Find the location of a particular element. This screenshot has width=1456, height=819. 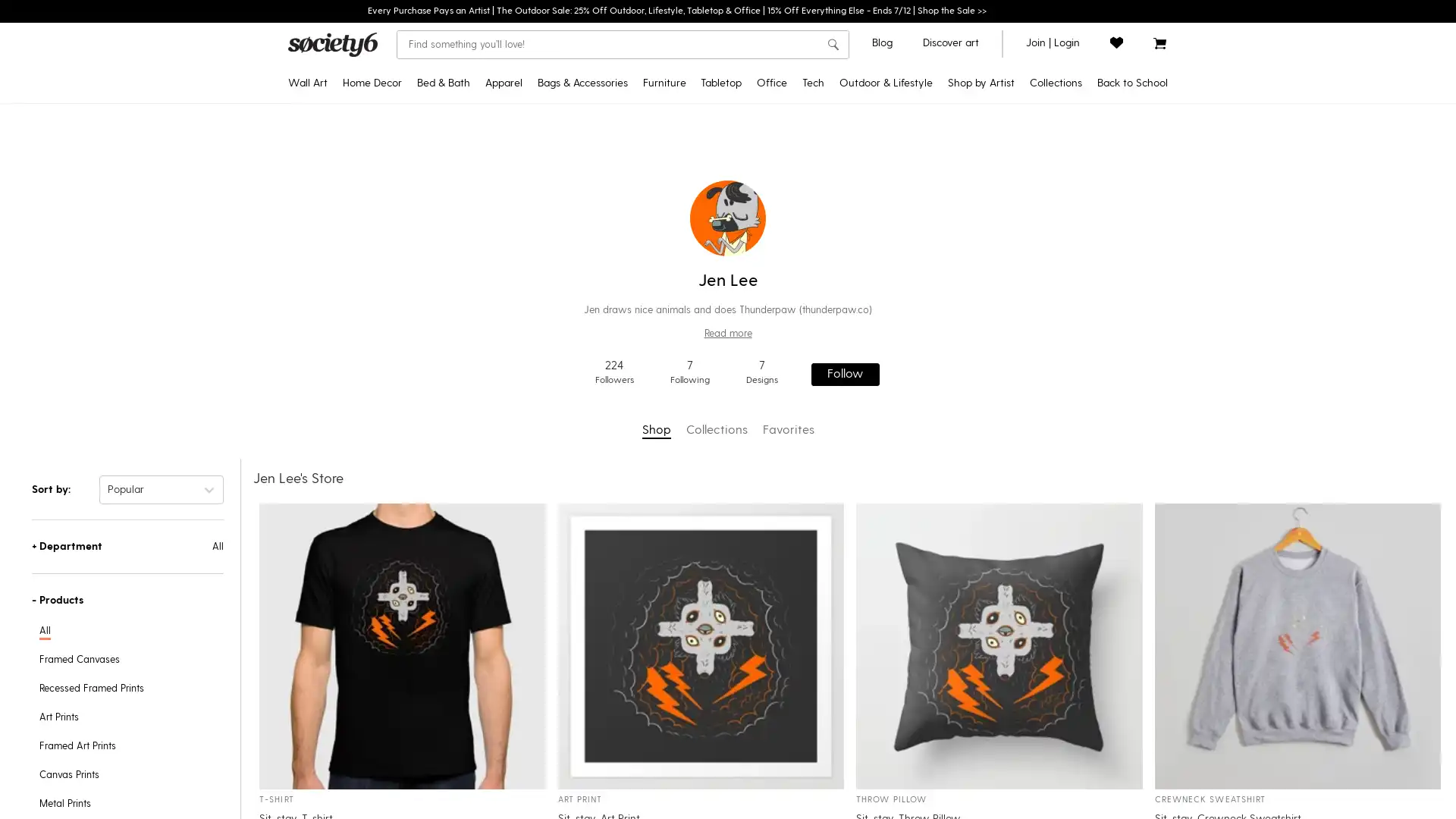

join or login is located at coordinates (1052, 42).